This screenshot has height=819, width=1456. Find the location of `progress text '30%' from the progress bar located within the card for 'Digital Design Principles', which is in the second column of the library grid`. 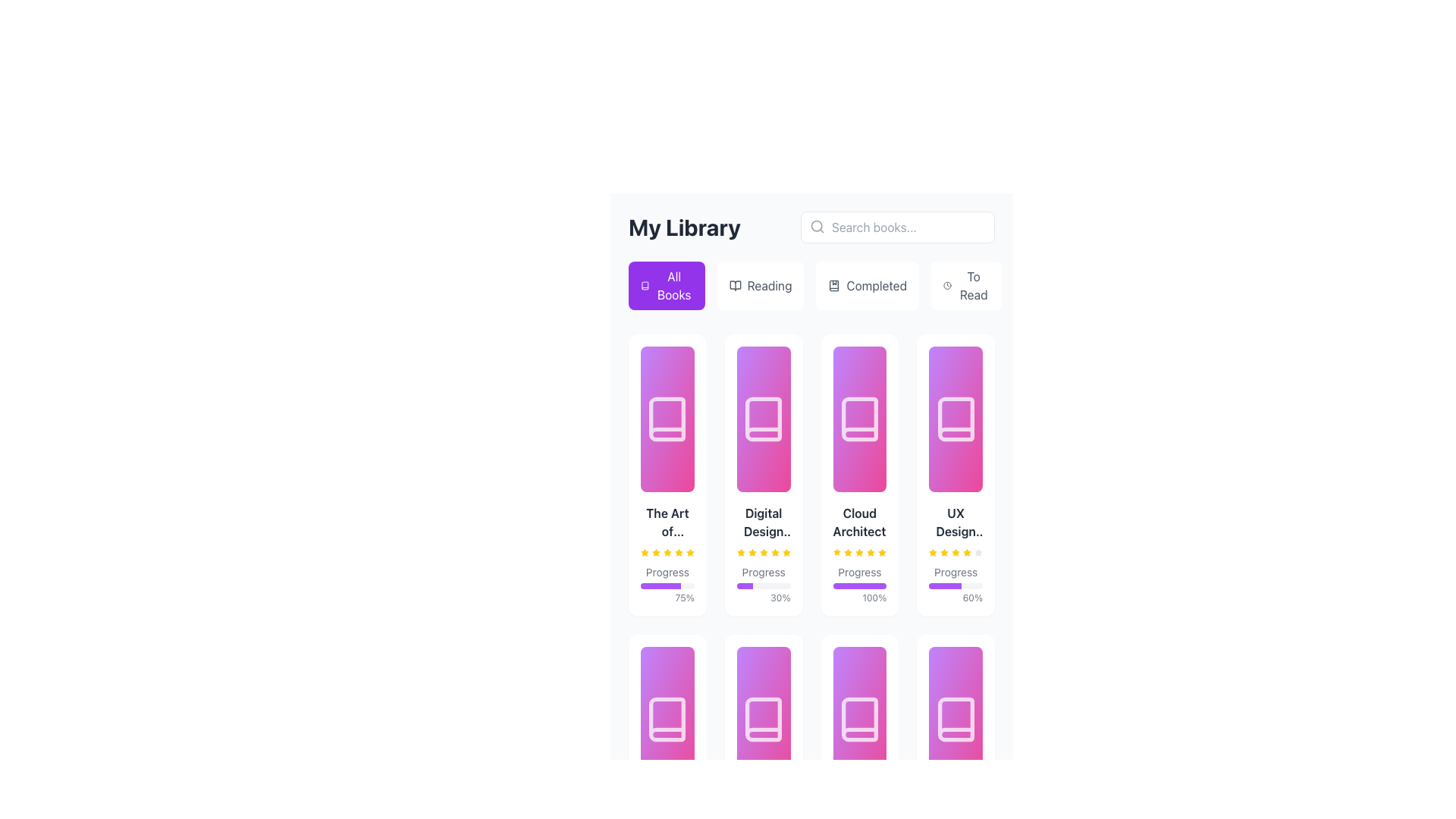

progress text '30%' from the progress bar located within the card for 'Digital Design Principles', which is in the second column of the library grid is located at coordinates (764, 584).